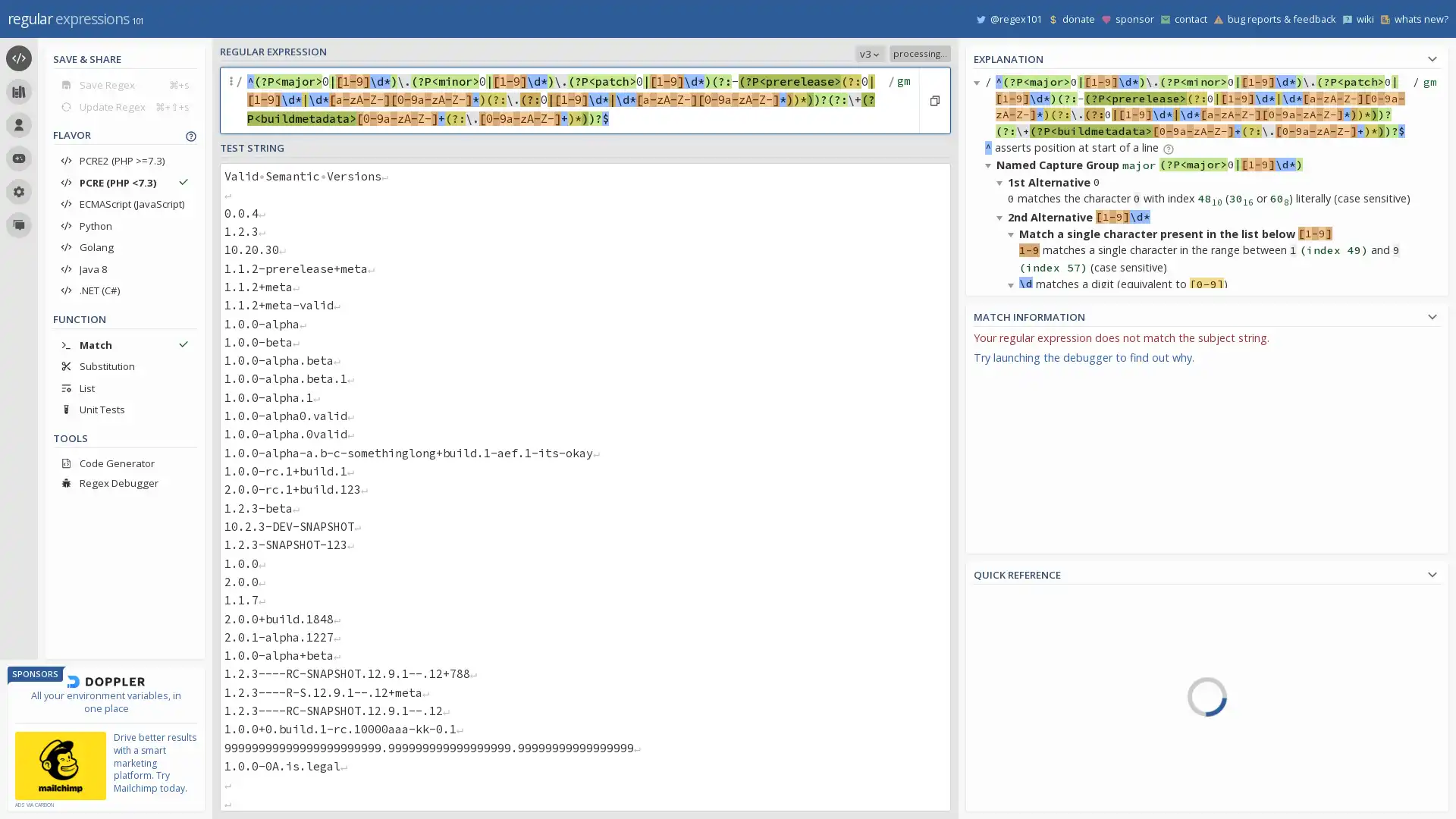 Image resolution: width=1456 pixels, height=819 pixels. What do you see at coordinates (1207, 56) in the screenshot?
I see `EXPLANATION` at bounding box center [1207, 56].